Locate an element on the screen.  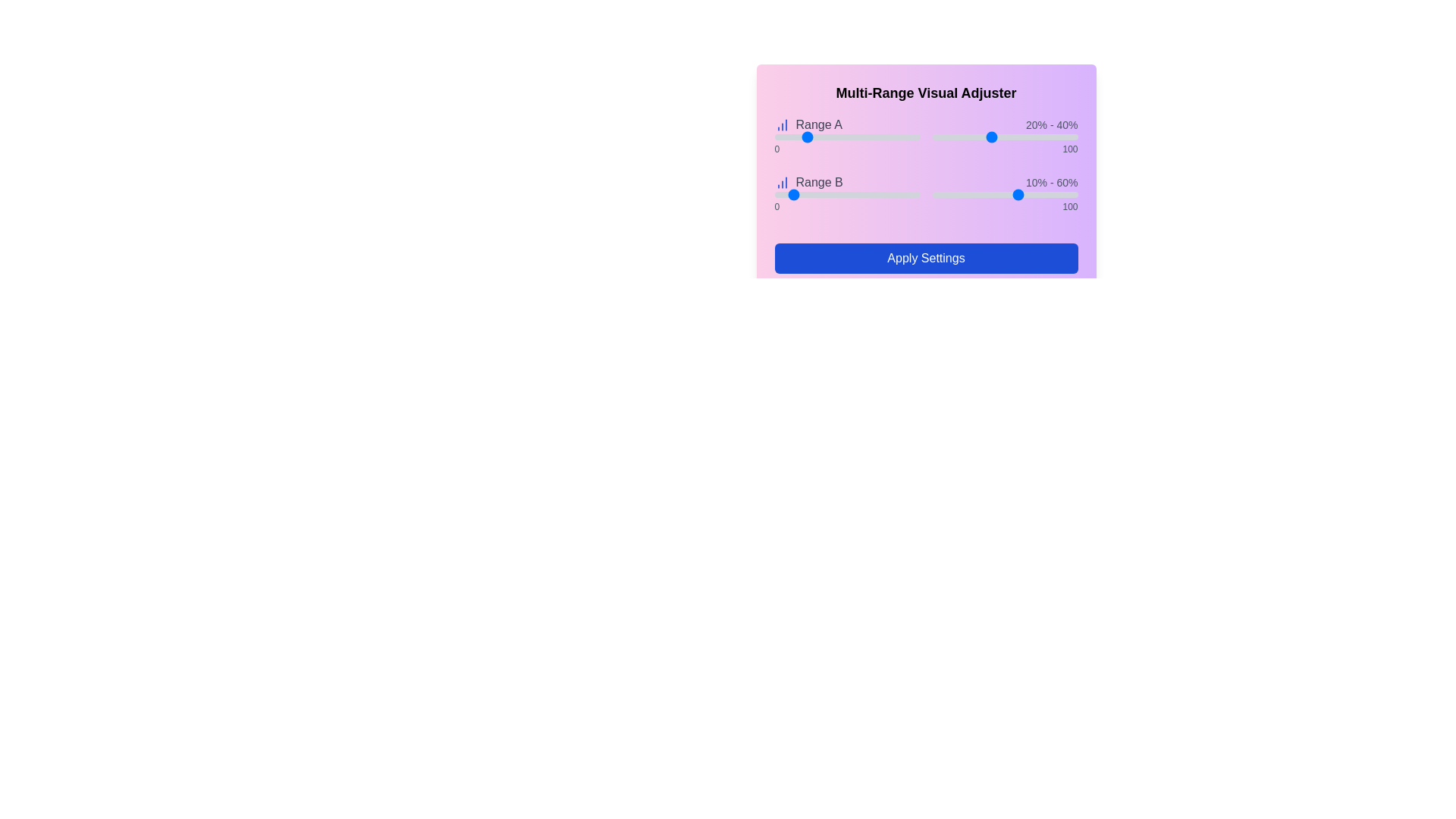
the Range B slider is located at coordinates (947, 194).